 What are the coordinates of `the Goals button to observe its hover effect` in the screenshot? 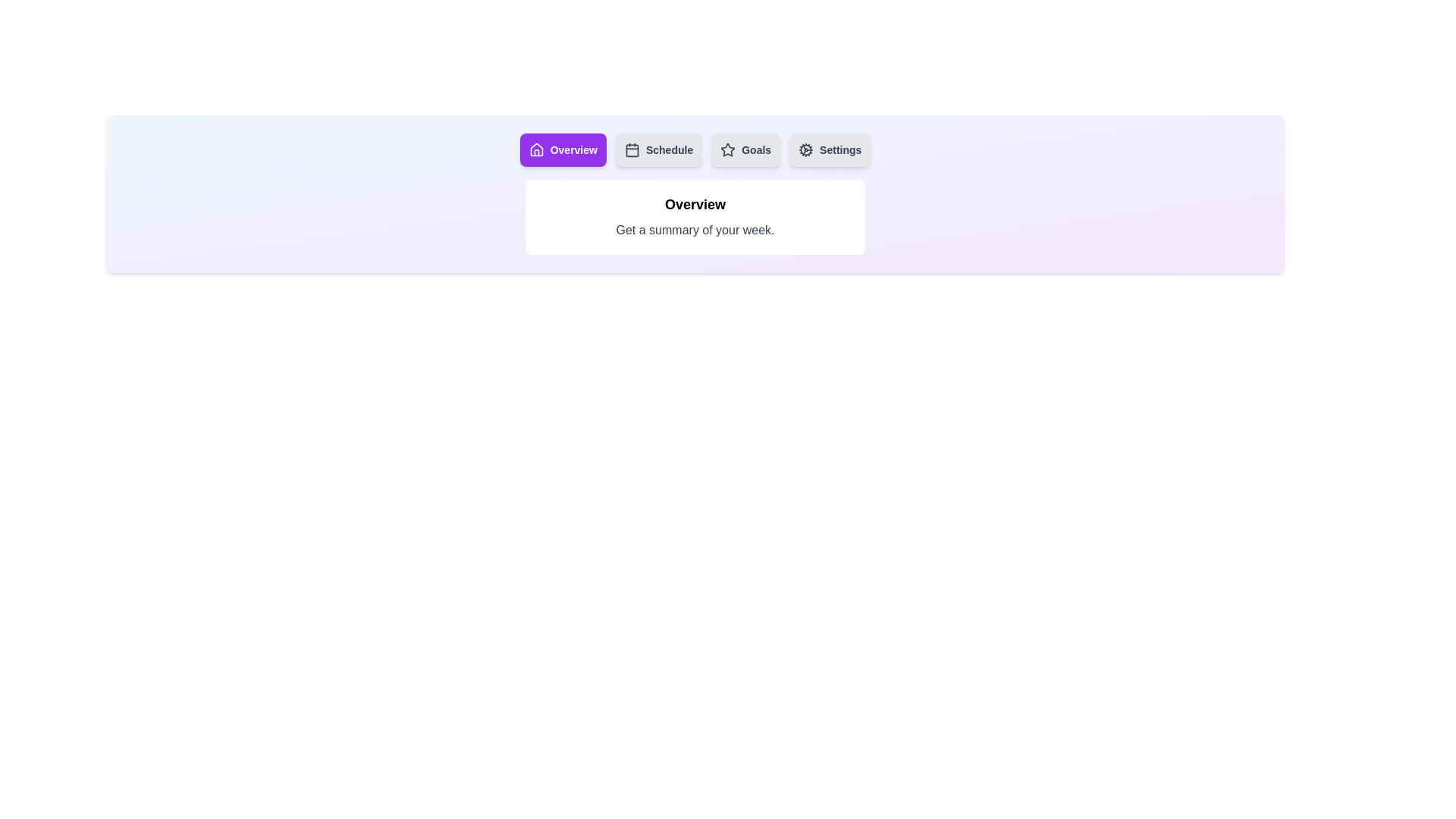 It's located at (745, 149).